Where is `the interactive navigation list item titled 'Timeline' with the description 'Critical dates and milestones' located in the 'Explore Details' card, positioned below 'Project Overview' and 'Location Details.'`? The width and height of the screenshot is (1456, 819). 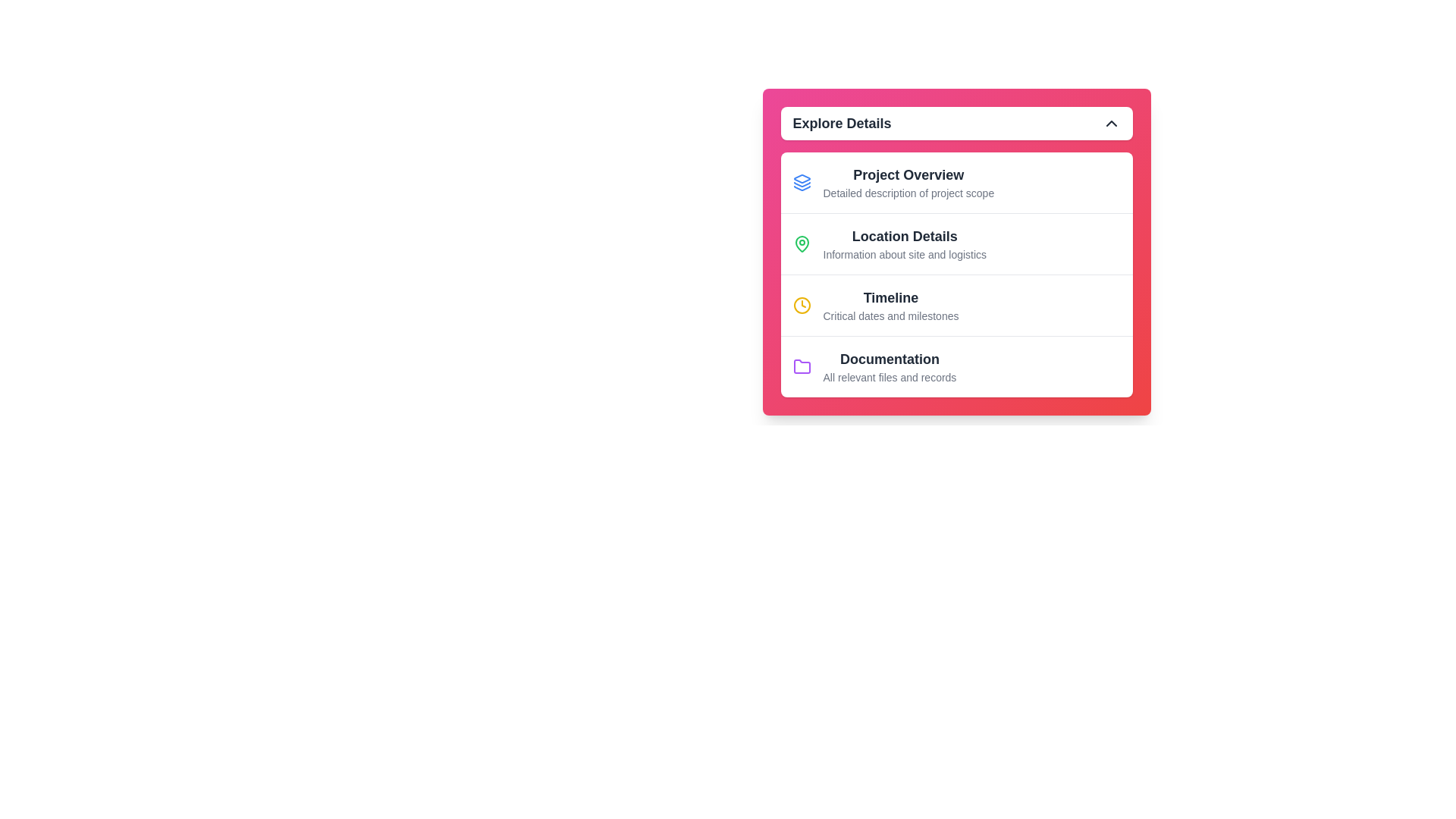
the interactive navigation list item titled 'Timeline' with the description 'Critical dates and milestones' located in the 'Explore Details' card, positioned below 'Project Overview' and 'Location Details.' is located at coordinates (891, 305).